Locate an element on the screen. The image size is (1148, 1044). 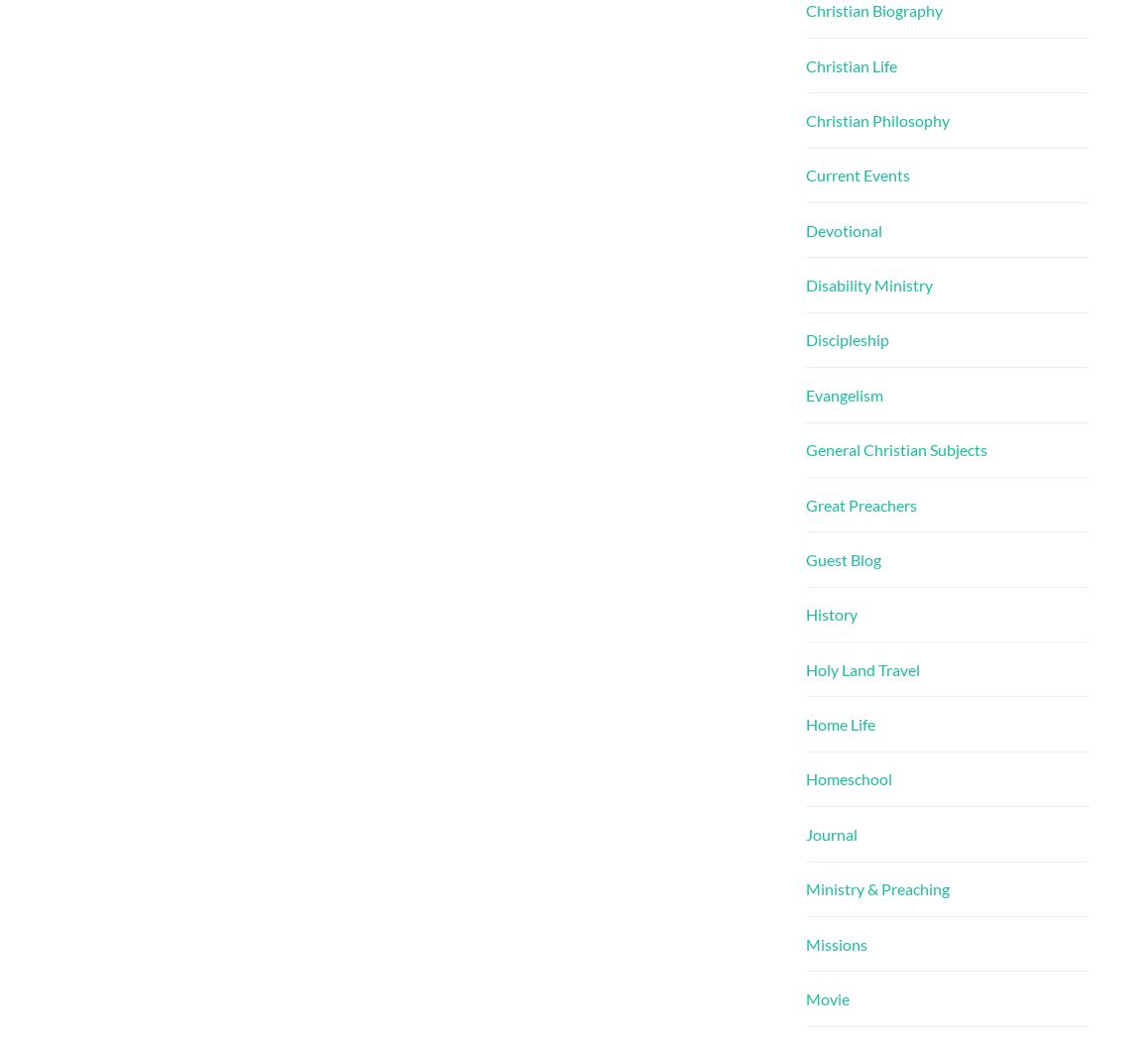
'Devotional' is located at coordinates (843, 229).